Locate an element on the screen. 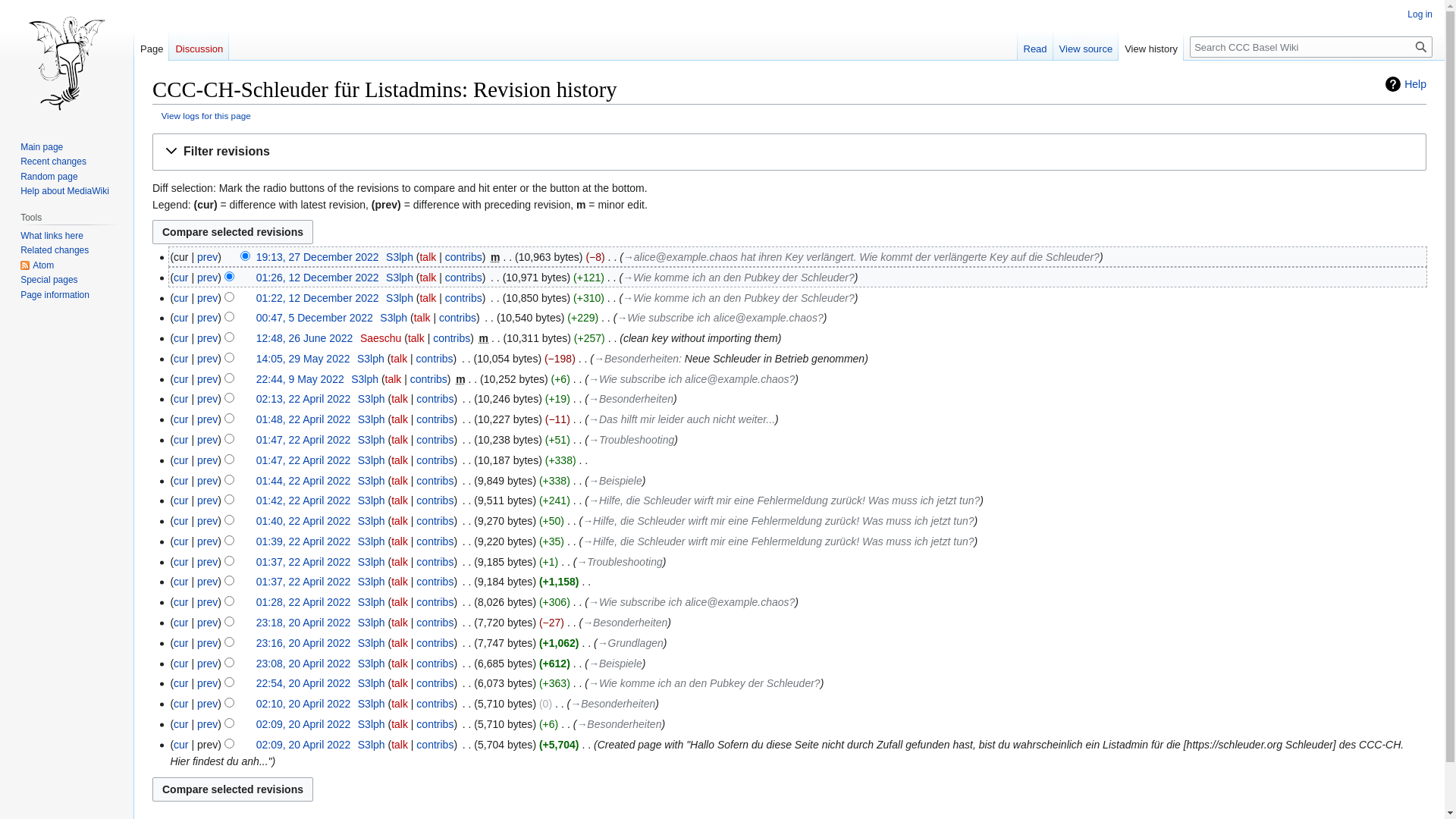 The image size is (1456, 819). 'Main page' is located at coordinates (20, 146).